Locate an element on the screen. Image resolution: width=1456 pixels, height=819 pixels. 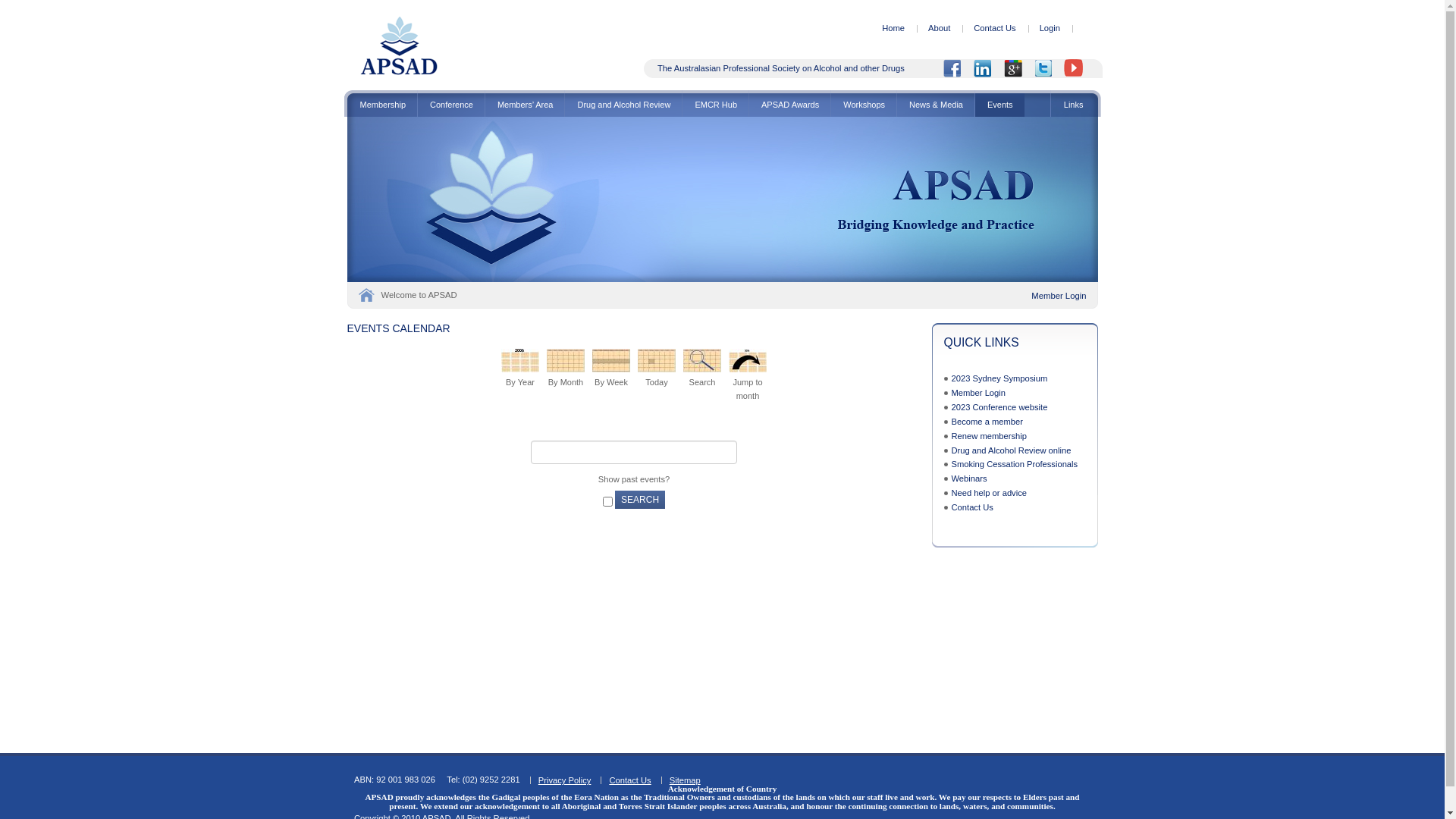
'APASD' is located at coordinates (398, 73).